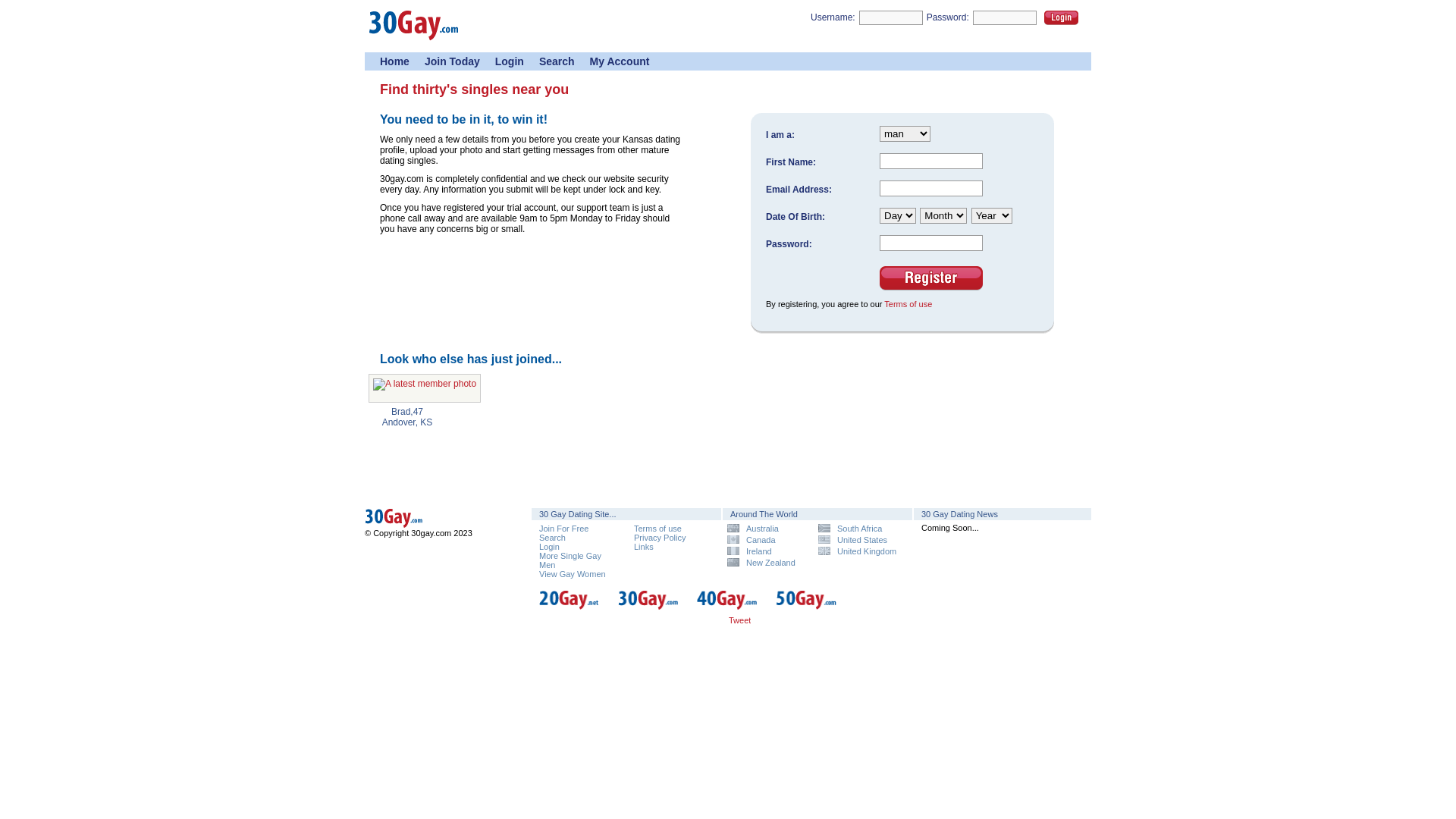 The width and height of the screenshot is (1456, 819). What do you see at coordinates (739, 620) in the screenshot?
I see `'Tweet'` at bounding box center [739, 620].